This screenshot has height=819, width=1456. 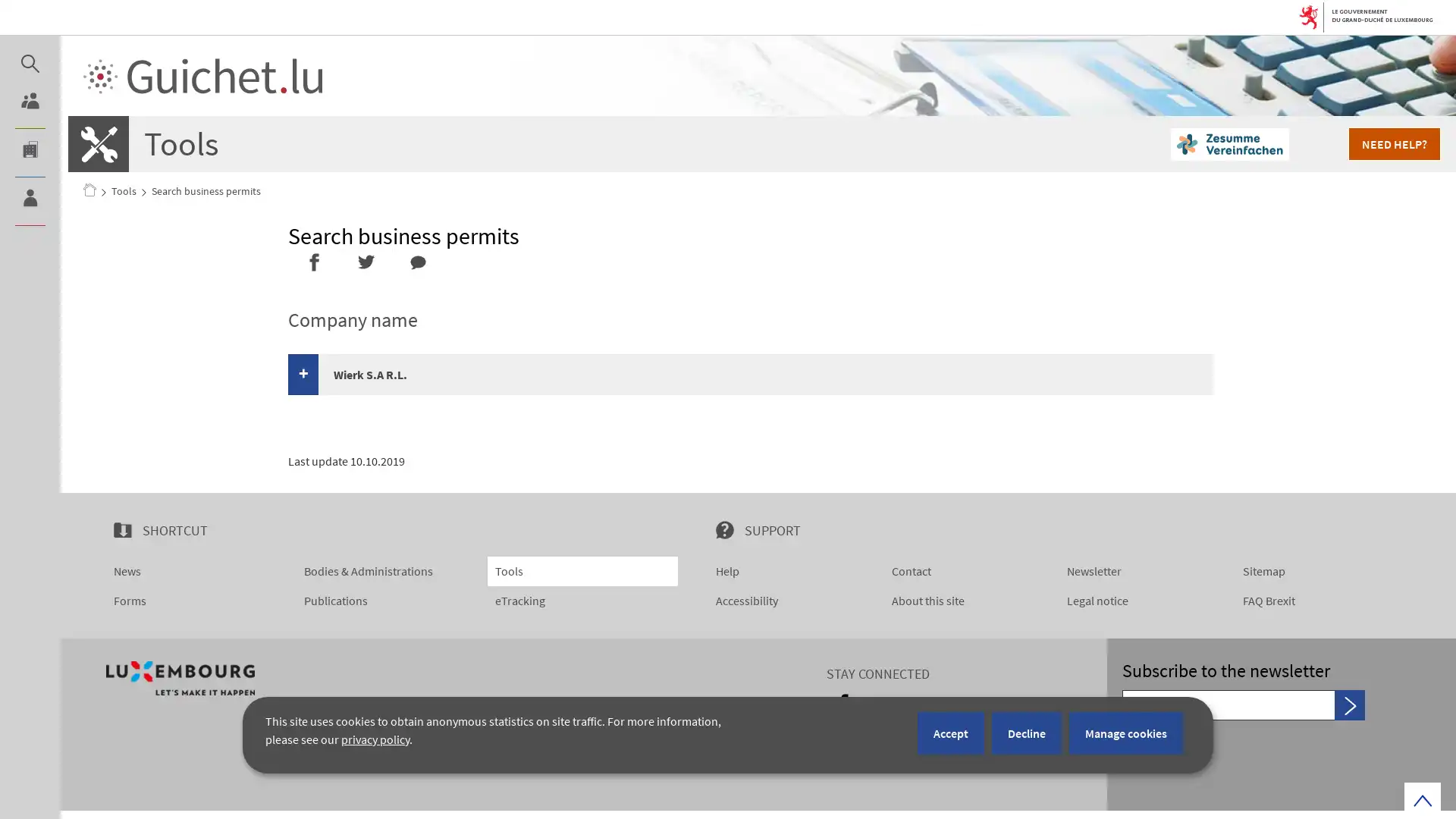 I want to click on Share it on Facebook - new window, so click(x=312, y=260).